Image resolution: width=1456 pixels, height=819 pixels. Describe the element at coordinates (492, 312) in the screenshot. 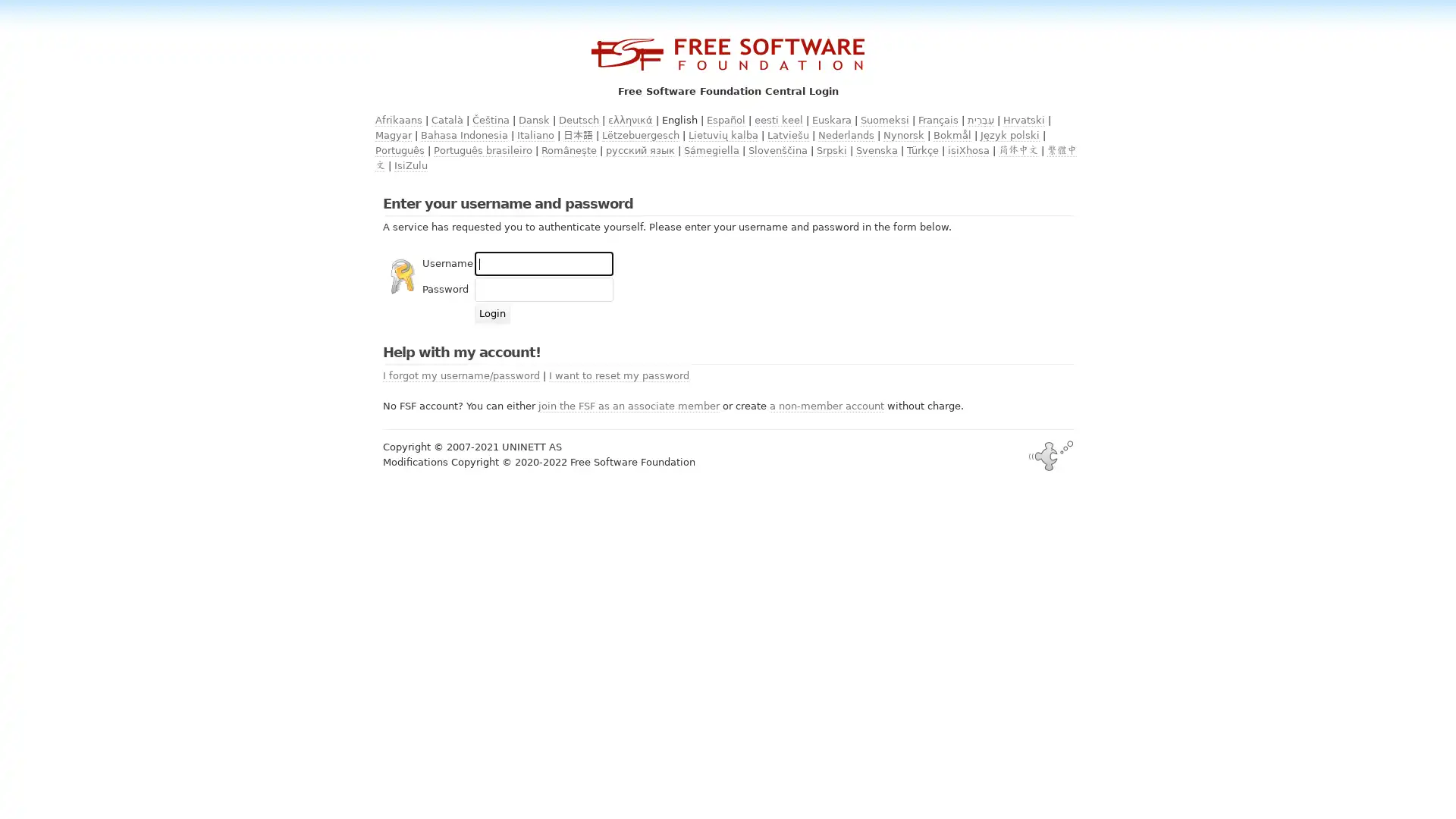

I see `Login` at that location.